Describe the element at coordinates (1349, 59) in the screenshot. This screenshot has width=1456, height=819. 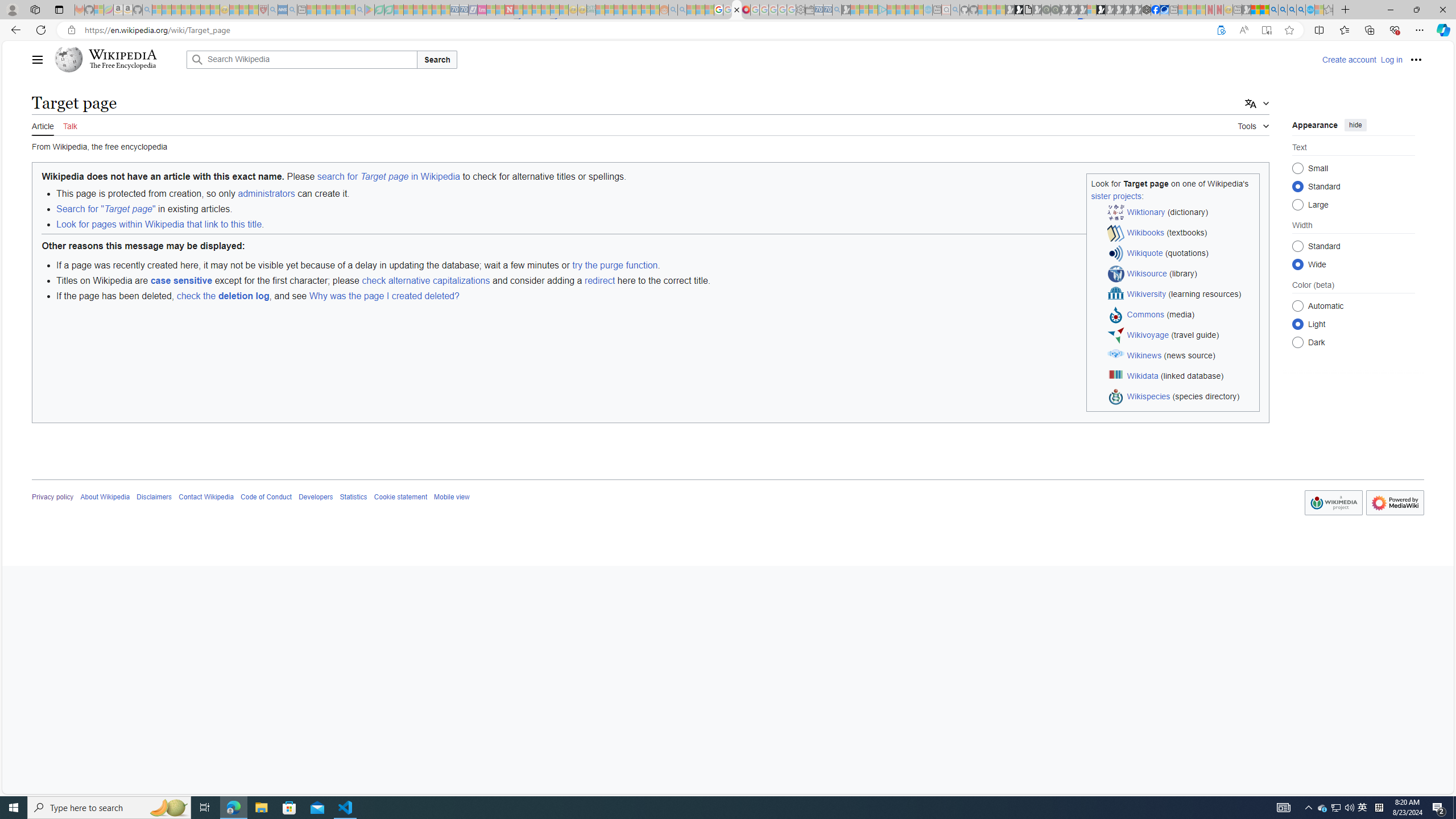
I see `'Create account'` at that location.